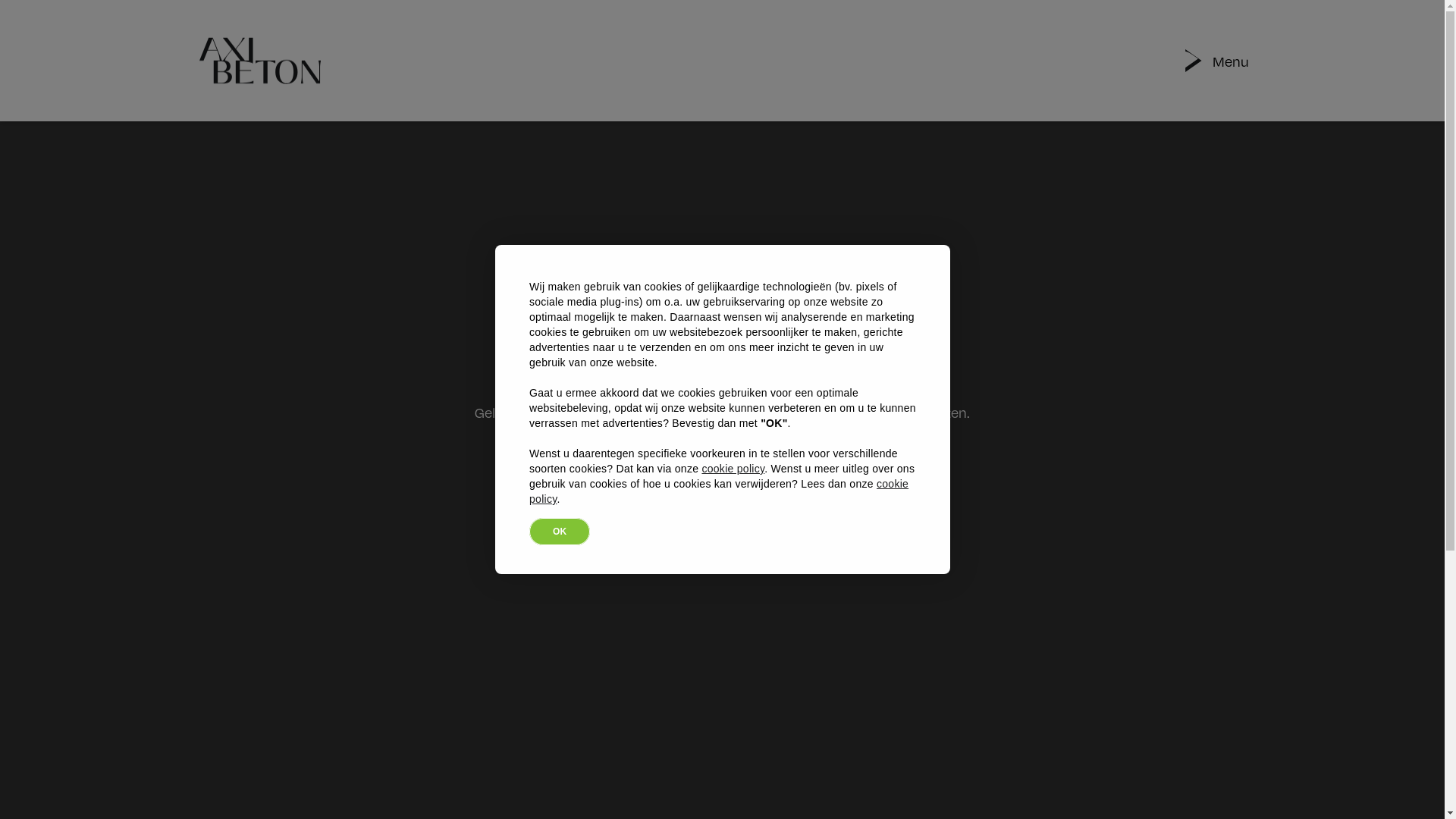 The width and height of the screenshot is (1456, 819). What do you see at coordinates (717, 491) in the screenshot?
I see `'cookie policy'` at bounding box center [717, 491].